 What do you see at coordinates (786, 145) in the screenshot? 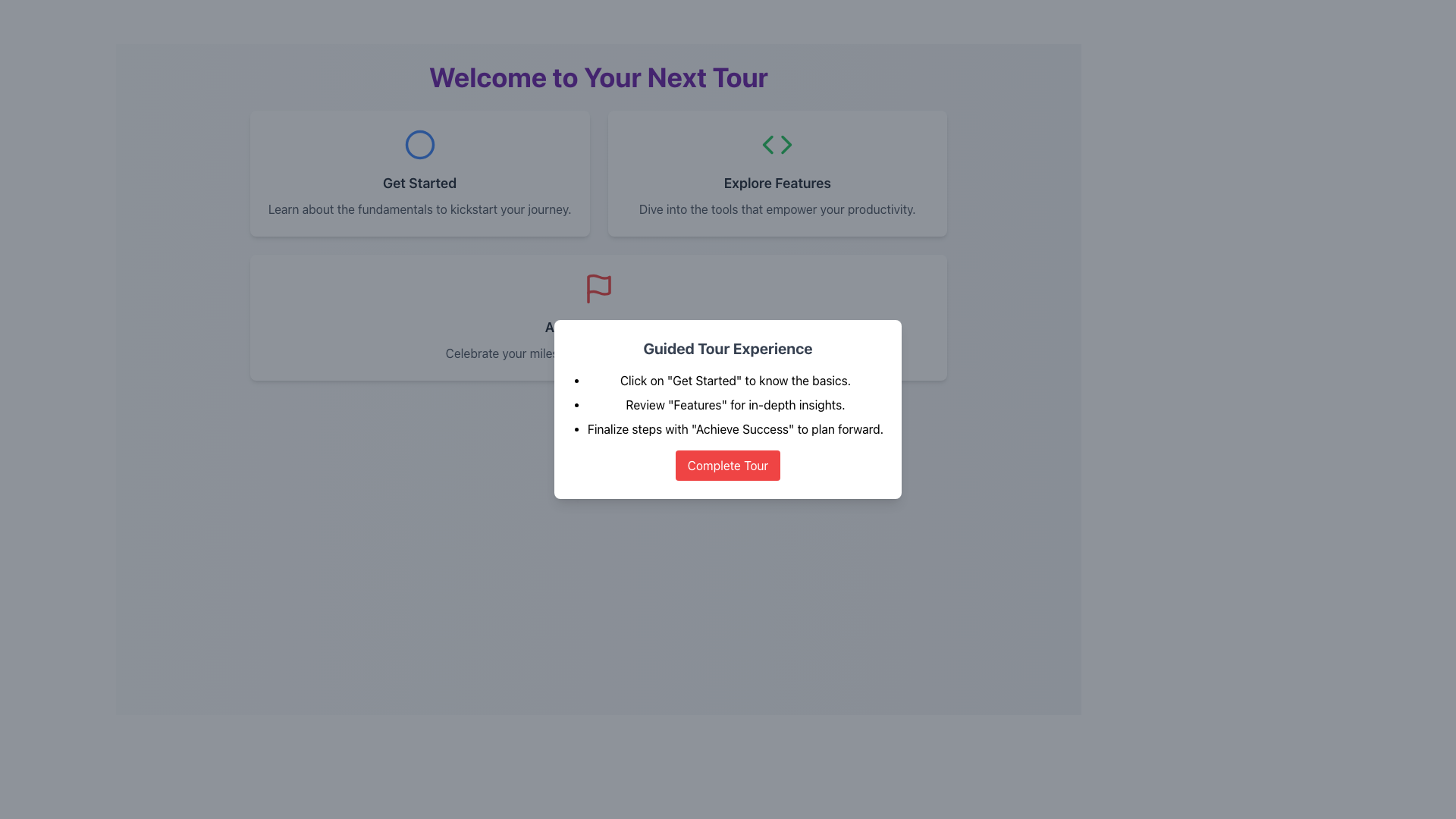
I see `the right chevron arrow icon located within the 'Explore Features' card in the top-right section of the interface, which suggests navigation functionality` at bounding box center [786, 145].